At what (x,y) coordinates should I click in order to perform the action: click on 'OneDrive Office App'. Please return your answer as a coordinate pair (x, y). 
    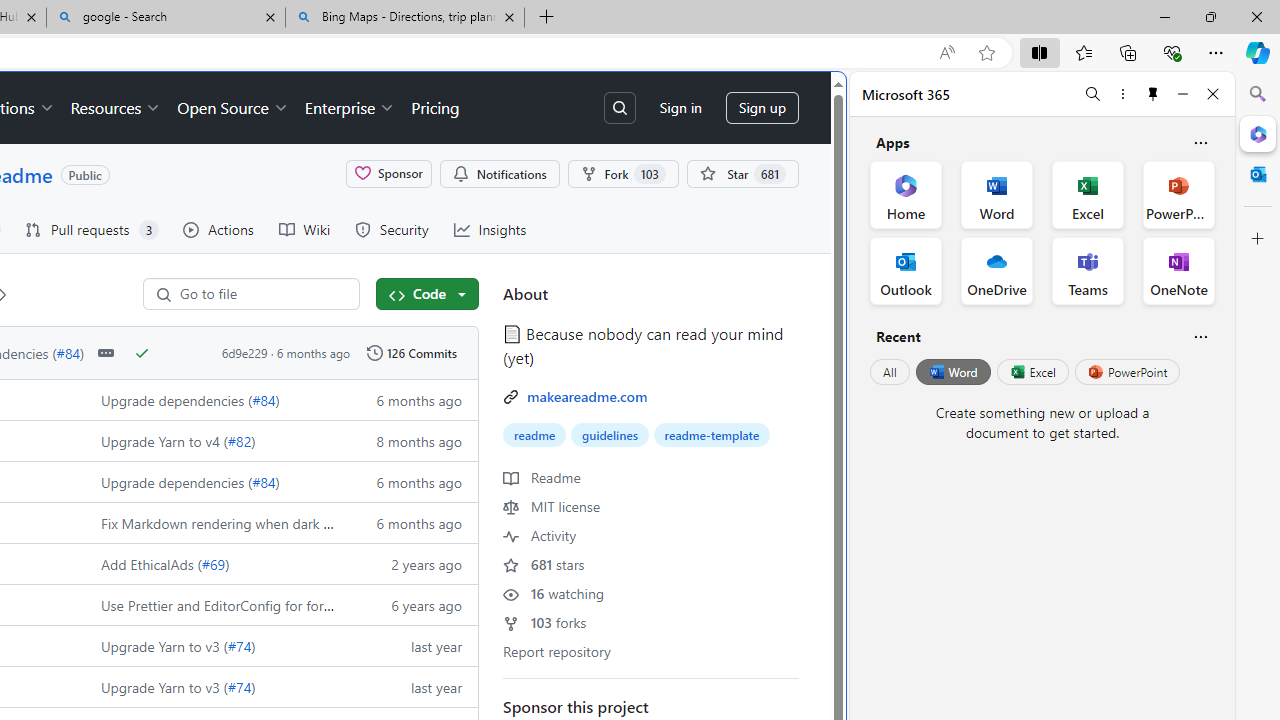
    Looking at the image, I should click on (997, 271).